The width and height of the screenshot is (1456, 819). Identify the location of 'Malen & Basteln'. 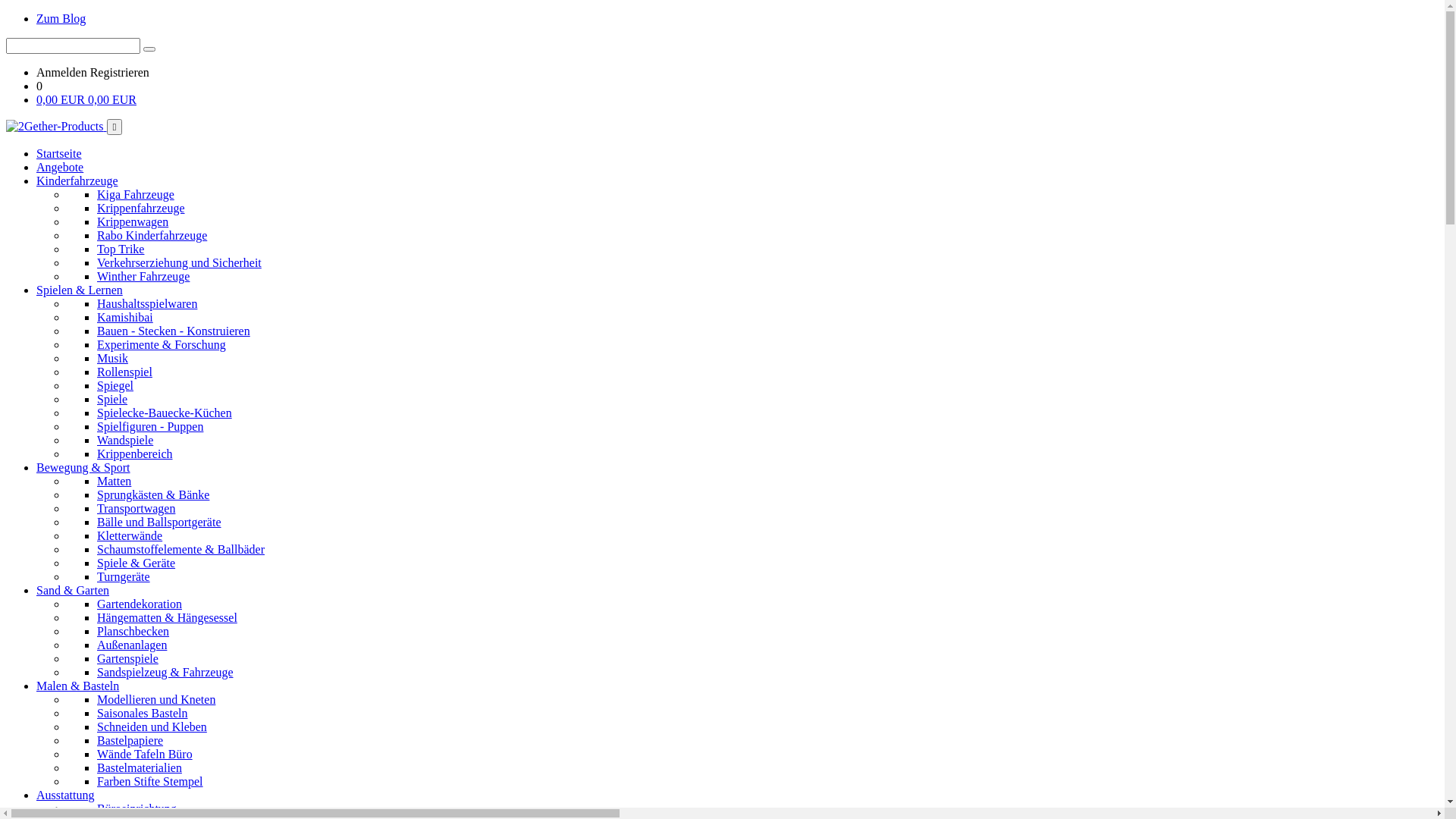
(77, 686).